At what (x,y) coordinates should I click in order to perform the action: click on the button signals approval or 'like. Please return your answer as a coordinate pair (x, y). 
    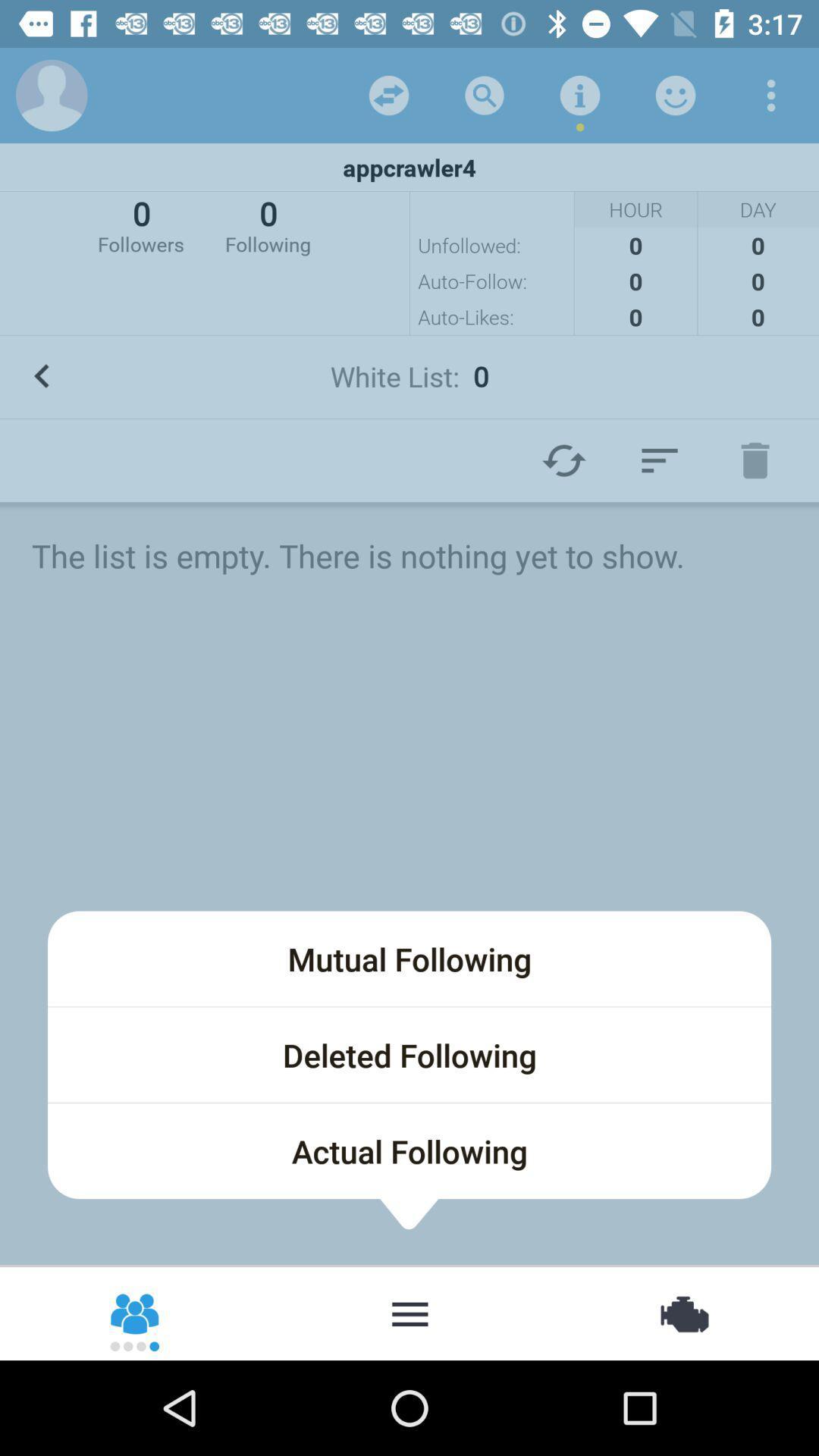
    Looking at the image, I should click on (675, 94).